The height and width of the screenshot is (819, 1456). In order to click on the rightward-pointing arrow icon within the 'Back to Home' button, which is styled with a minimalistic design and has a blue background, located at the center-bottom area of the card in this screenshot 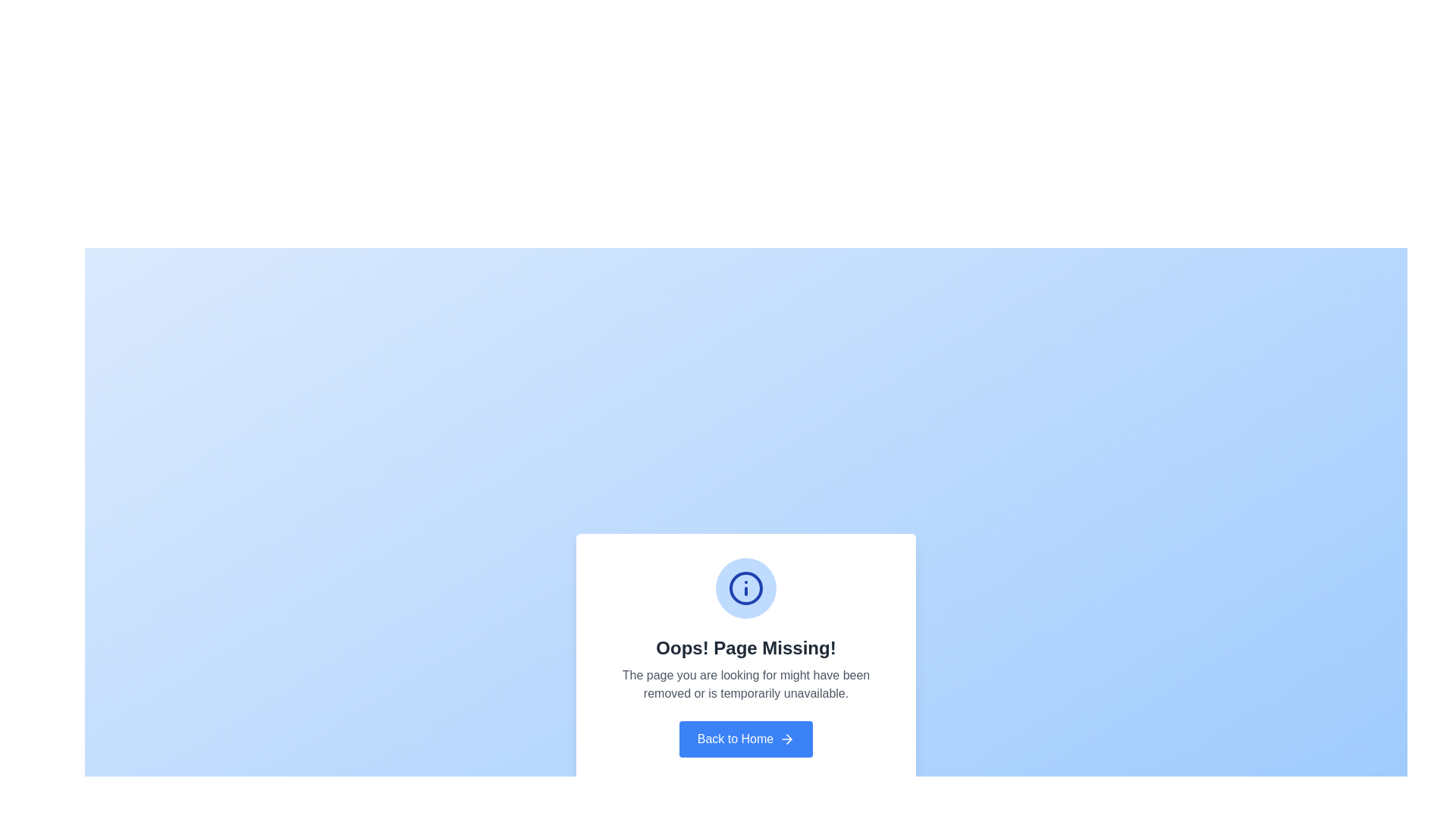, I will do `click(787, 738)`.